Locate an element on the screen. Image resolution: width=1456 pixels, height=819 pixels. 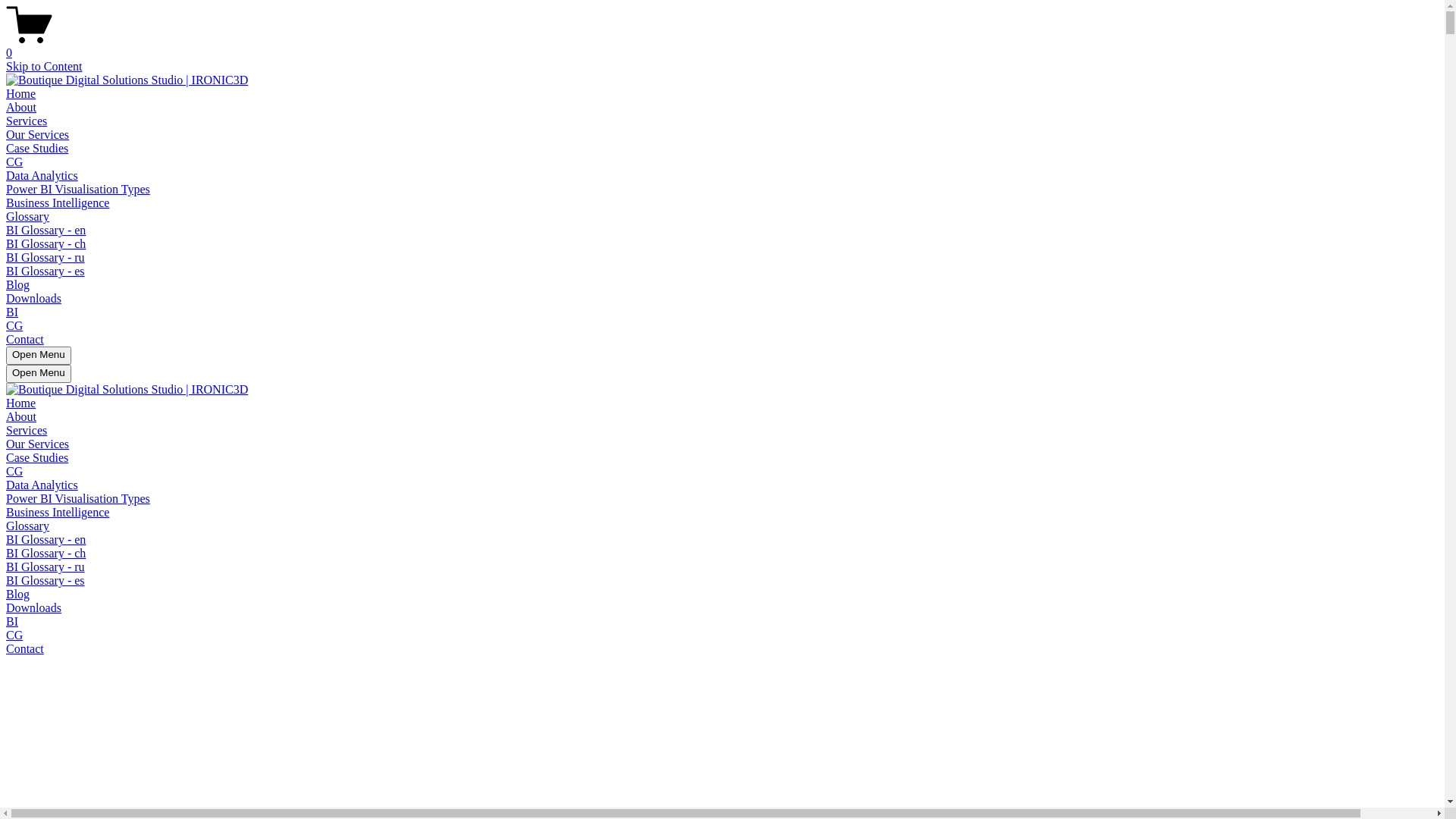
'Our Services' is located at coordinates (6, 133).